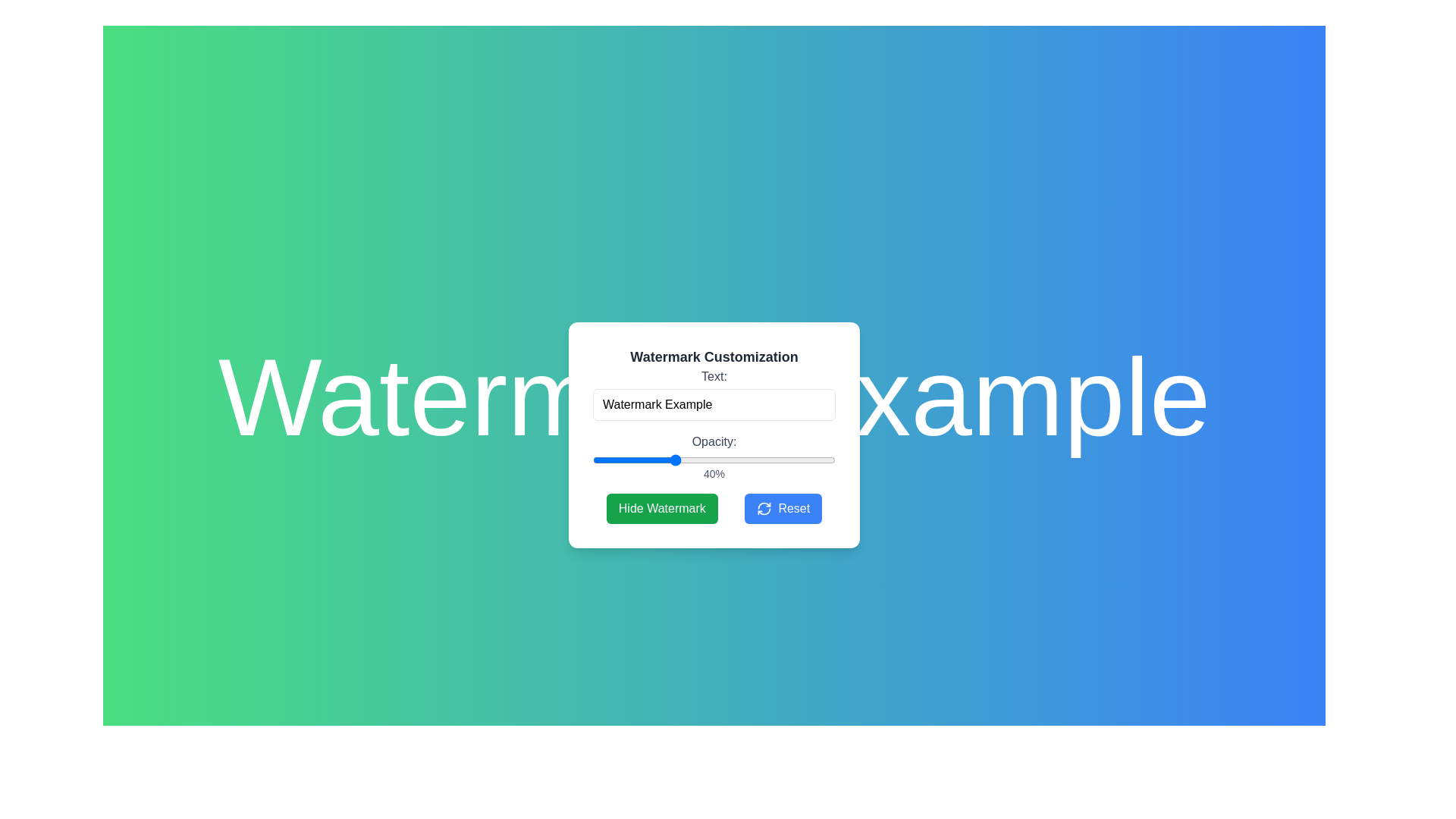  Describe the element at coordinates (719, 459) in the screenshot. I see `opacity` at that location.